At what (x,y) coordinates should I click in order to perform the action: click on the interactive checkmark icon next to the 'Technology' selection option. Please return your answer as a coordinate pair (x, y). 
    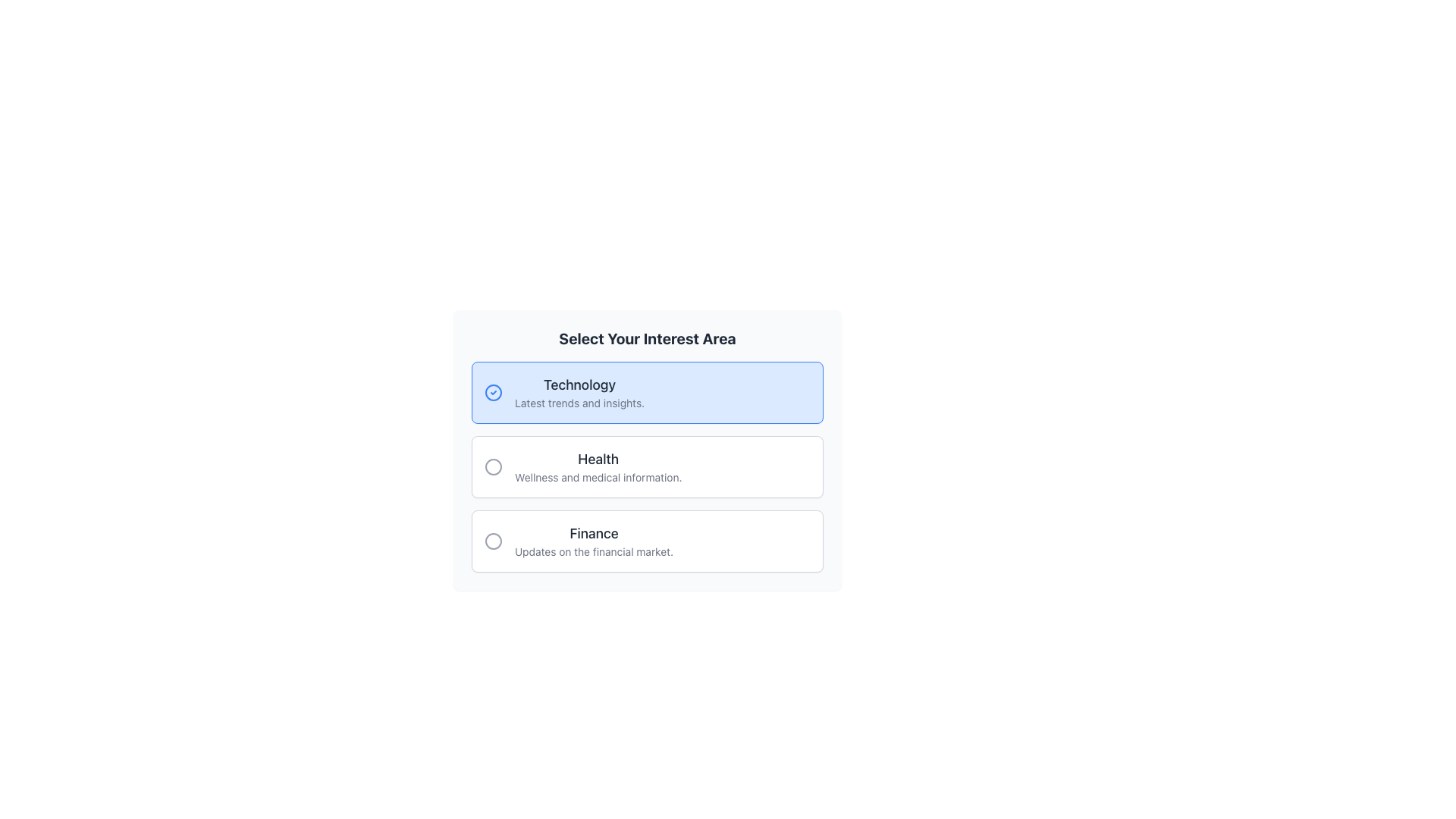
    Looking at the image, I should click on (494, 391).